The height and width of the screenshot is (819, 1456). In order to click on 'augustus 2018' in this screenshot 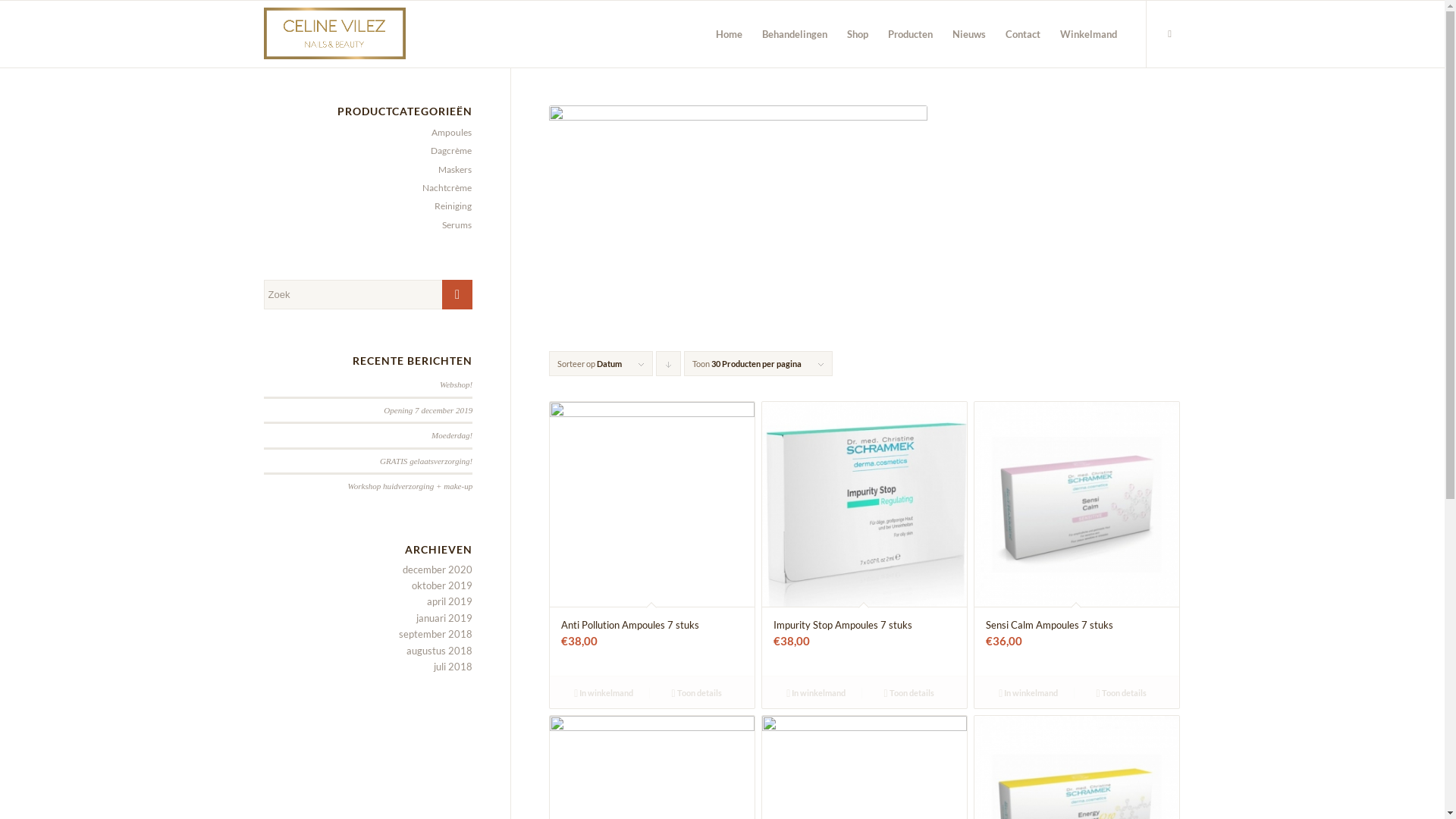, I will do `click(406, 649)`.